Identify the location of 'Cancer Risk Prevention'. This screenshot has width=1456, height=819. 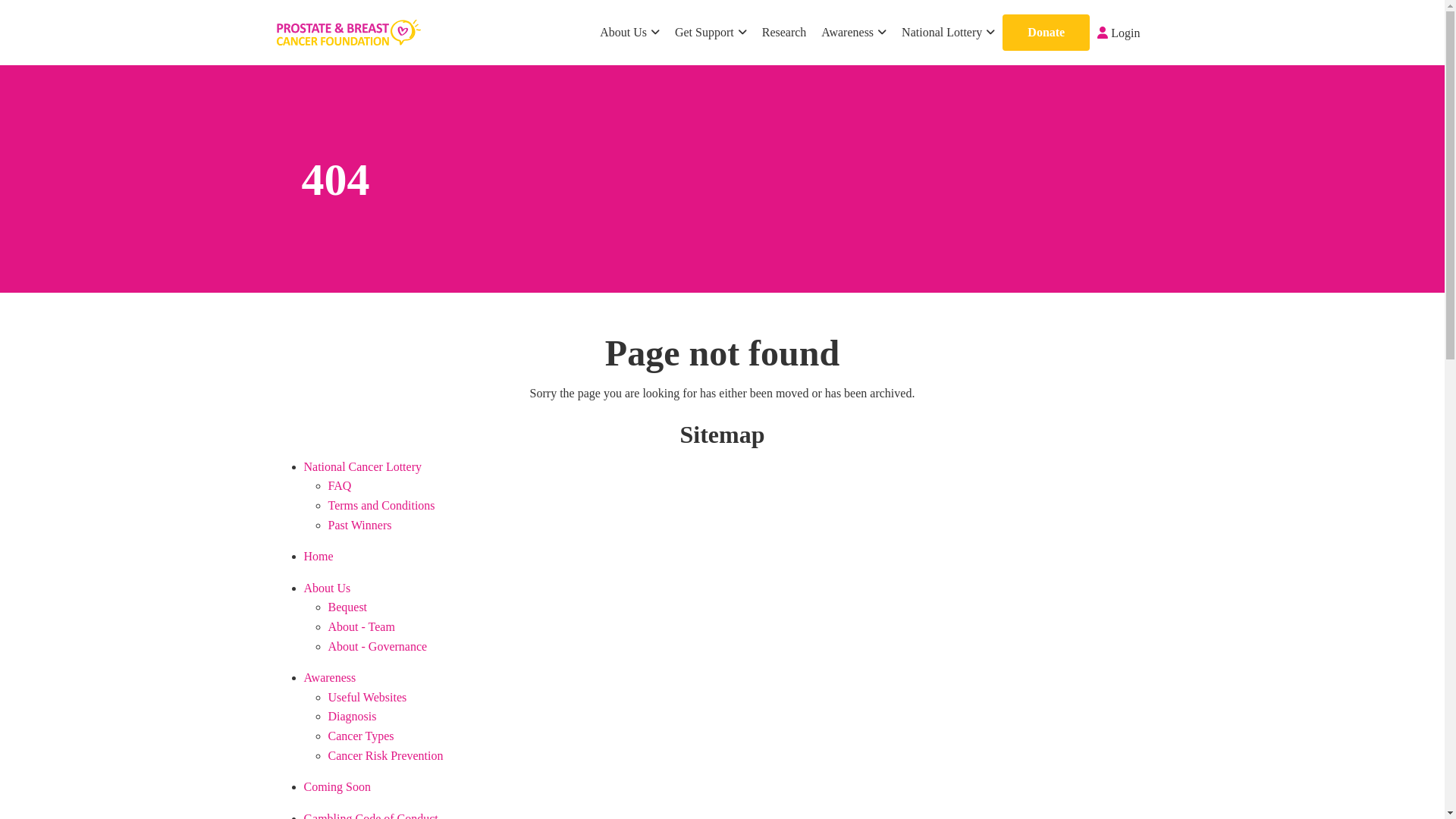
(385, 755).